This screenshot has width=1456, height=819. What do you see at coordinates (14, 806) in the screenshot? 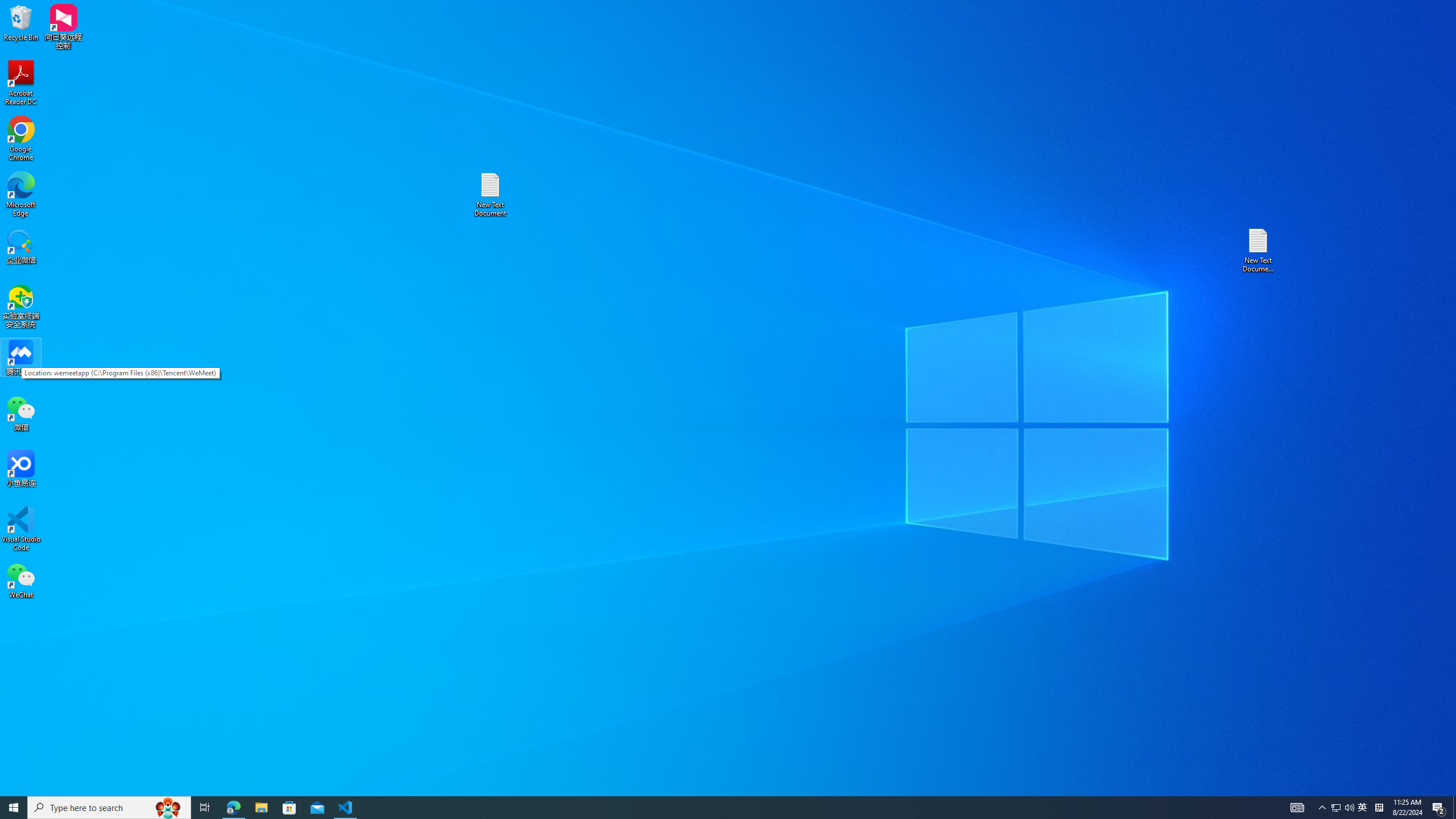
I see `'Start'` at bounding box center [14, 806].